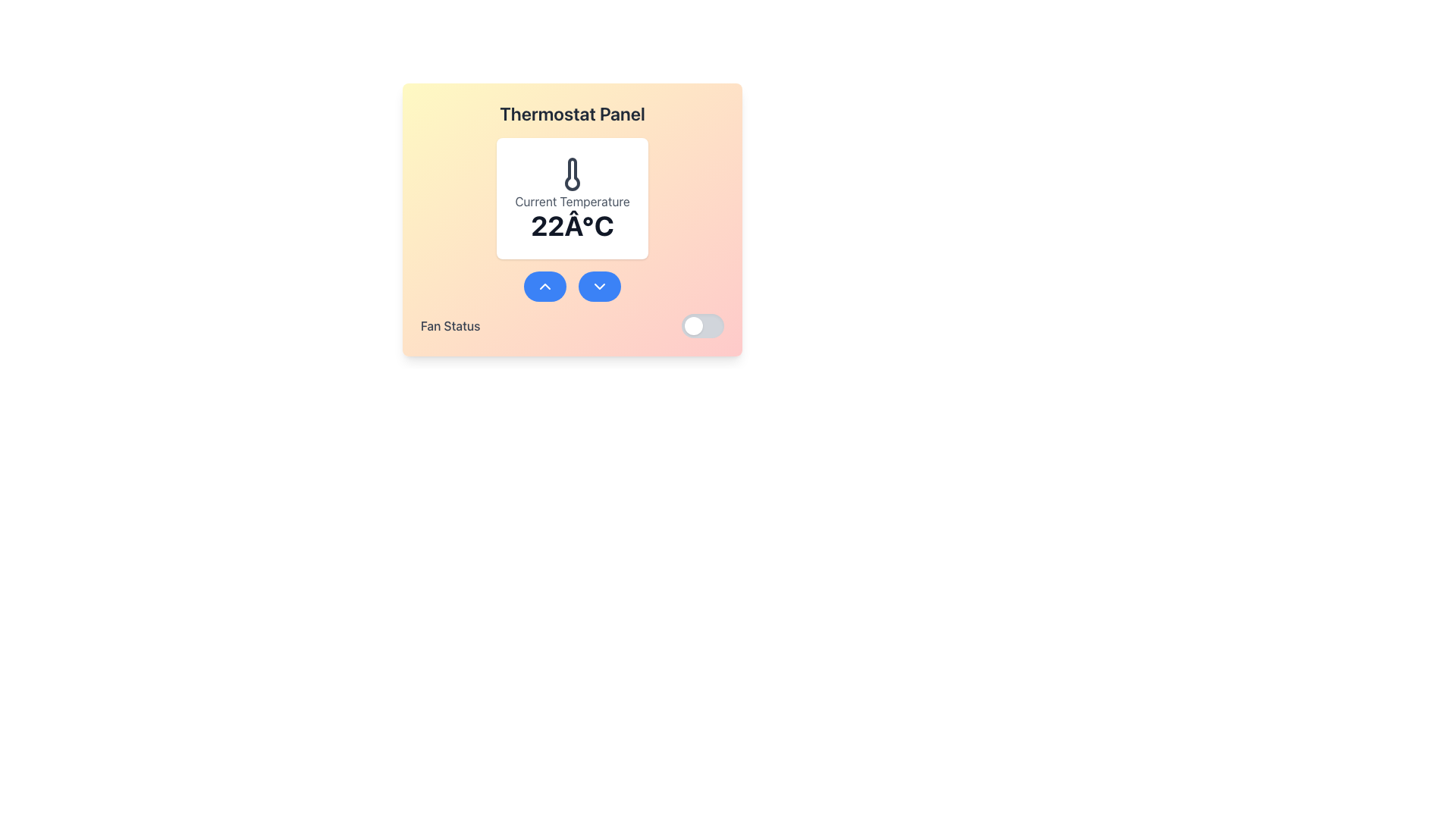  Describe the element at coordinates (571, 237) in the screenshot. I see `the Information Display Card that shows the current temperature in Celsius, located under the 'Thermostat Panel' header` at that location.